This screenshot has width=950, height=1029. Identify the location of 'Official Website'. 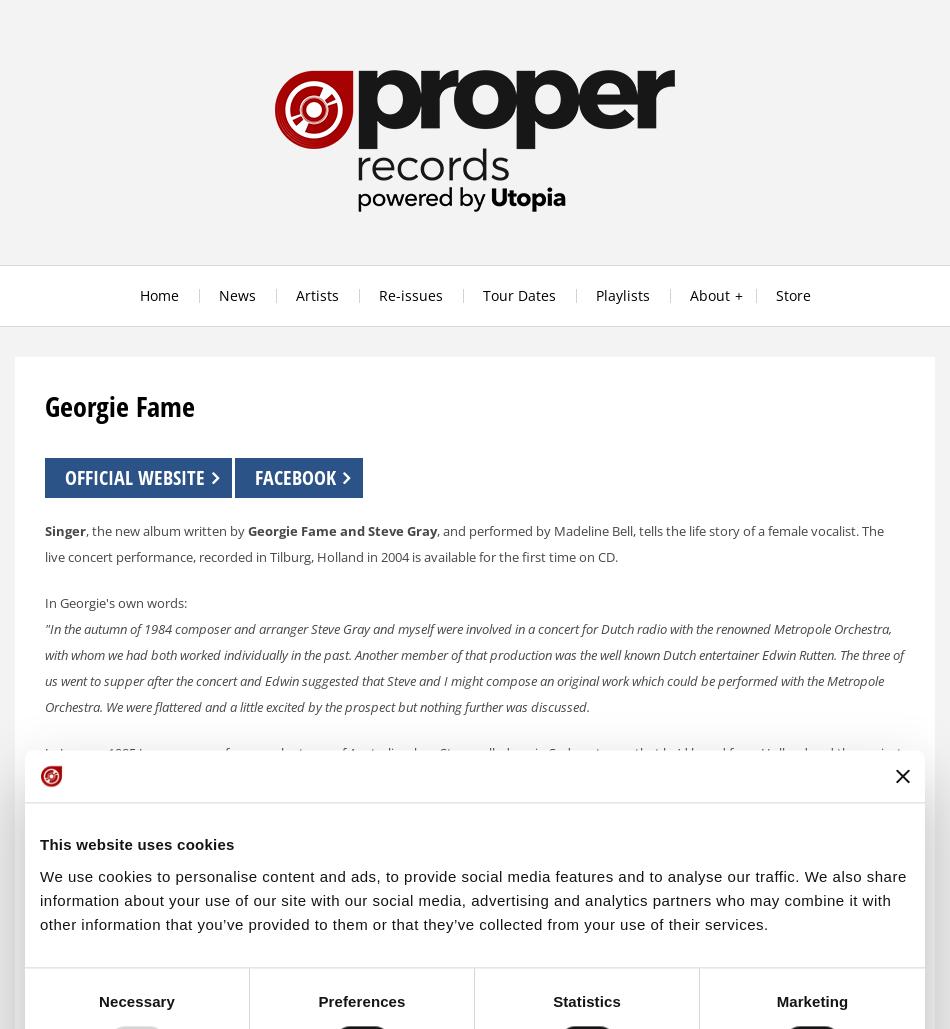
(64, 476).